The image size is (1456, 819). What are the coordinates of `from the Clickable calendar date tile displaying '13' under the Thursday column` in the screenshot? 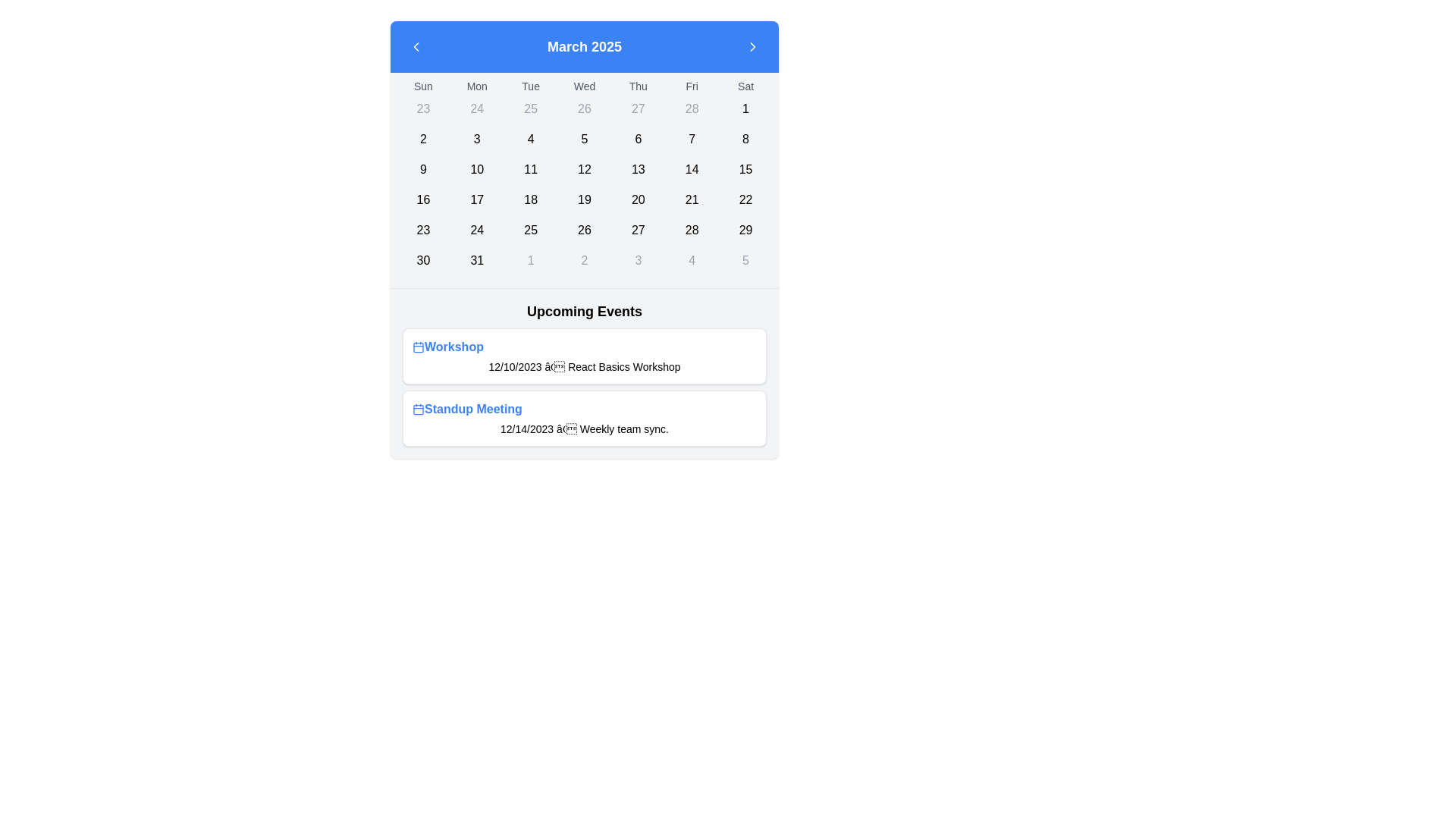 It's located at (638, 169).